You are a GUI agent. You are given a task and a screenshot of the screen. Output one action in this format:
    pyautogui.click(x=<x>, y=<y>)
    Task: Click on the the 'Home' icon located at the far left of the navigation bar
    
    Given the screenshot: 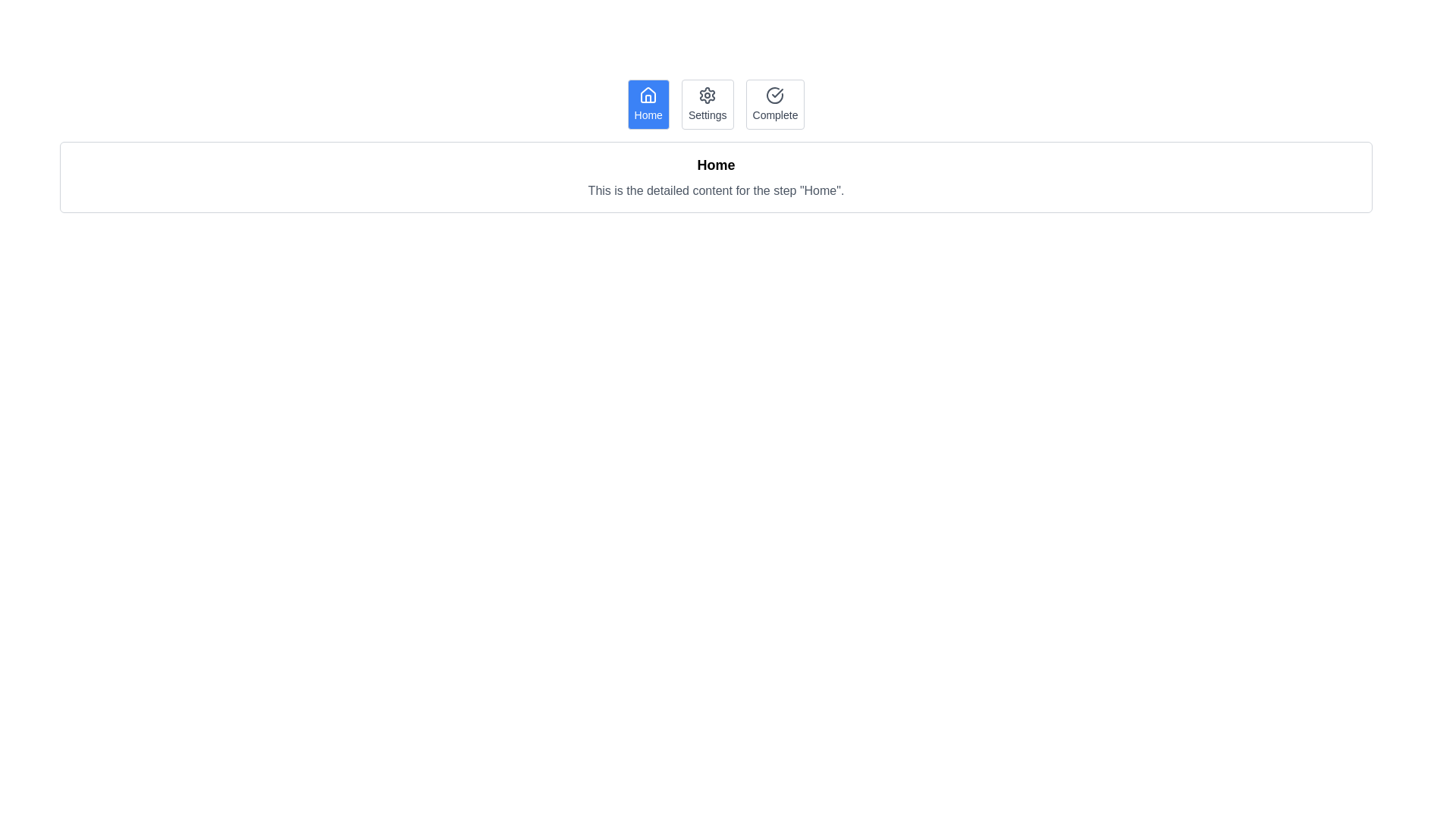 What is the action you would take?
    pyautogui.click(x=648, y=95)
    